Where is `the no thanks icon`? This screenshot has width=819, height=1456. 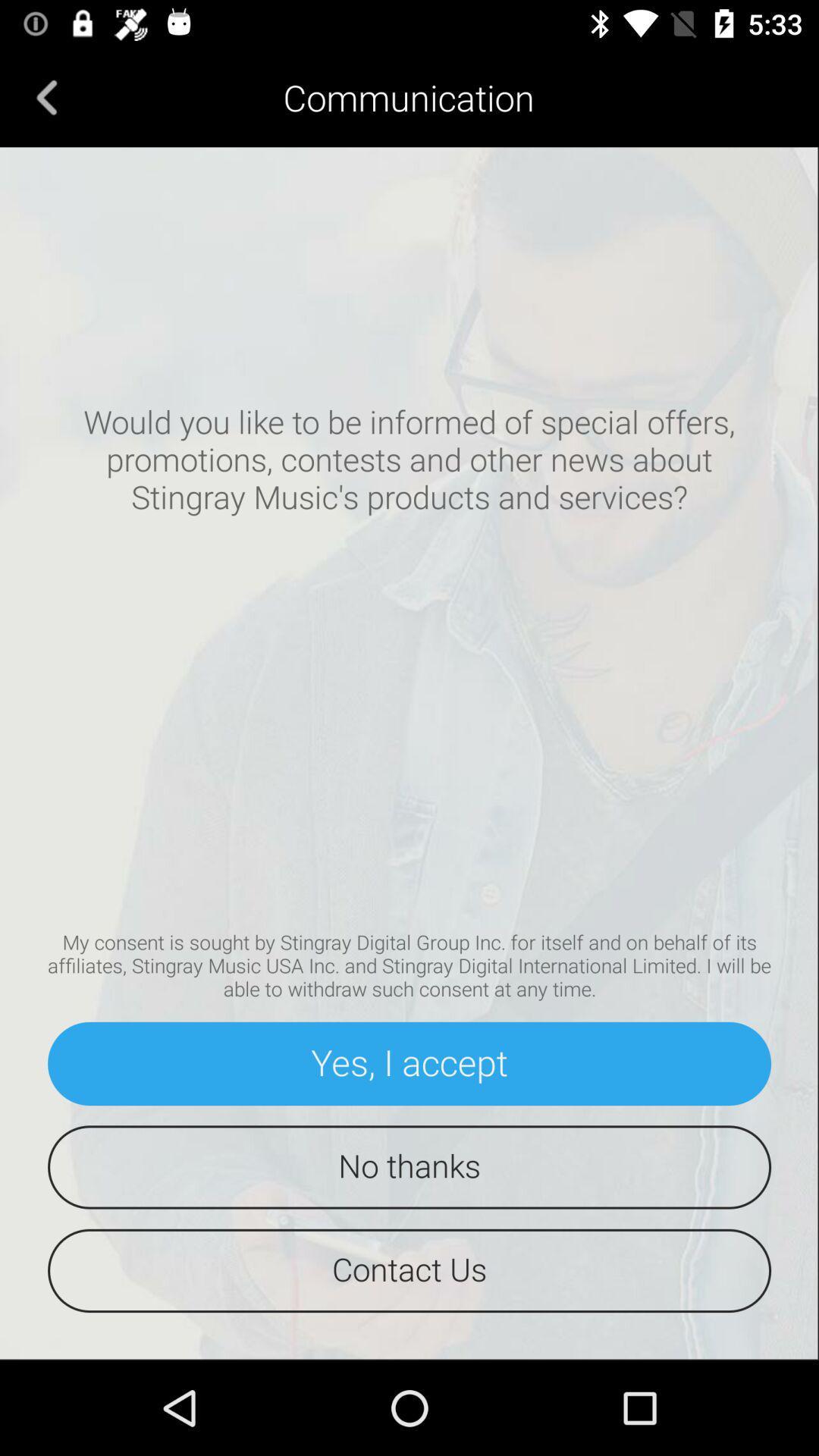 the no thanks icon is located at coordinates (409, 1166).